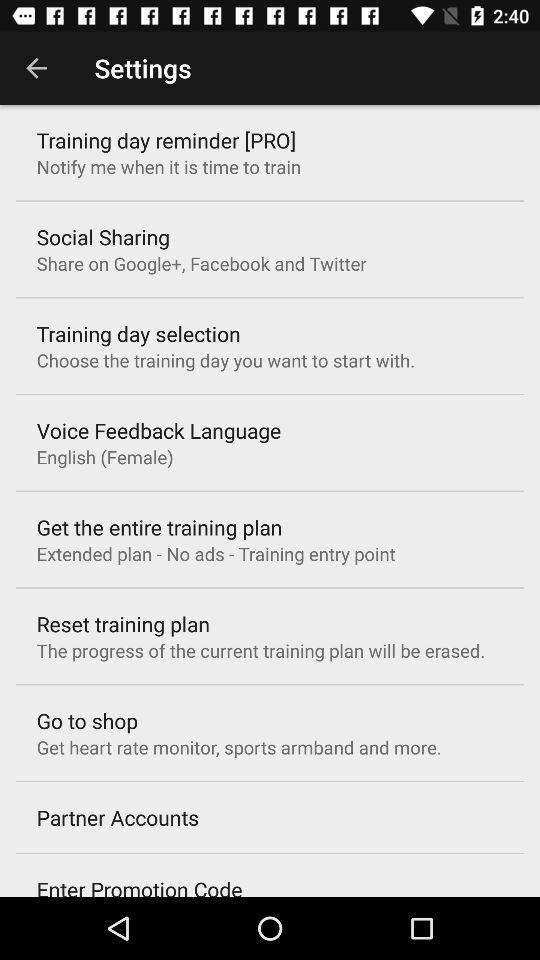 The image size is (540, 960). I want to click on icon below the notify me when, so click(103, 237).